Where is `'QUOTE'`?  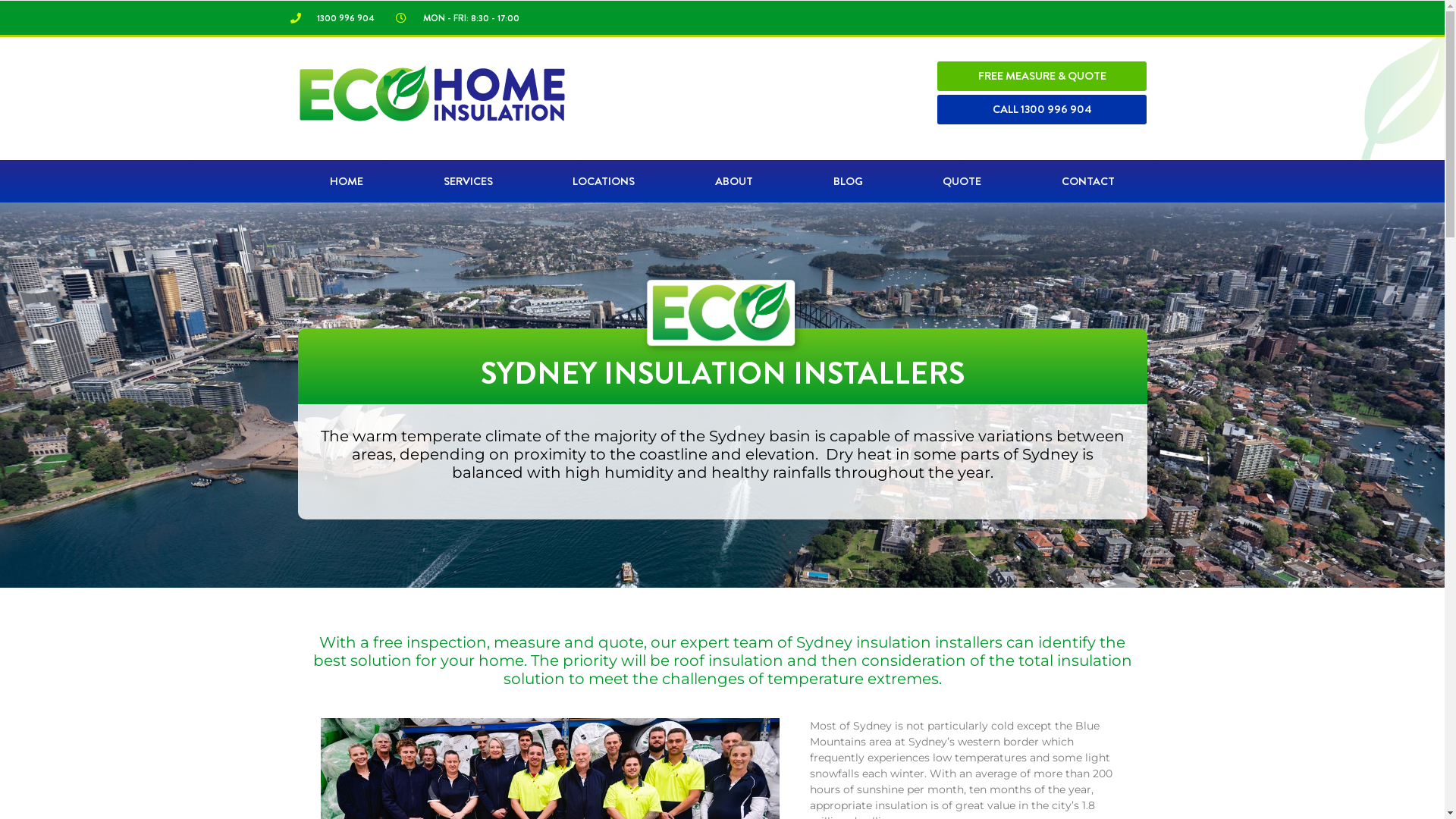
'QUOTE' is located at coordinates (961, 180).